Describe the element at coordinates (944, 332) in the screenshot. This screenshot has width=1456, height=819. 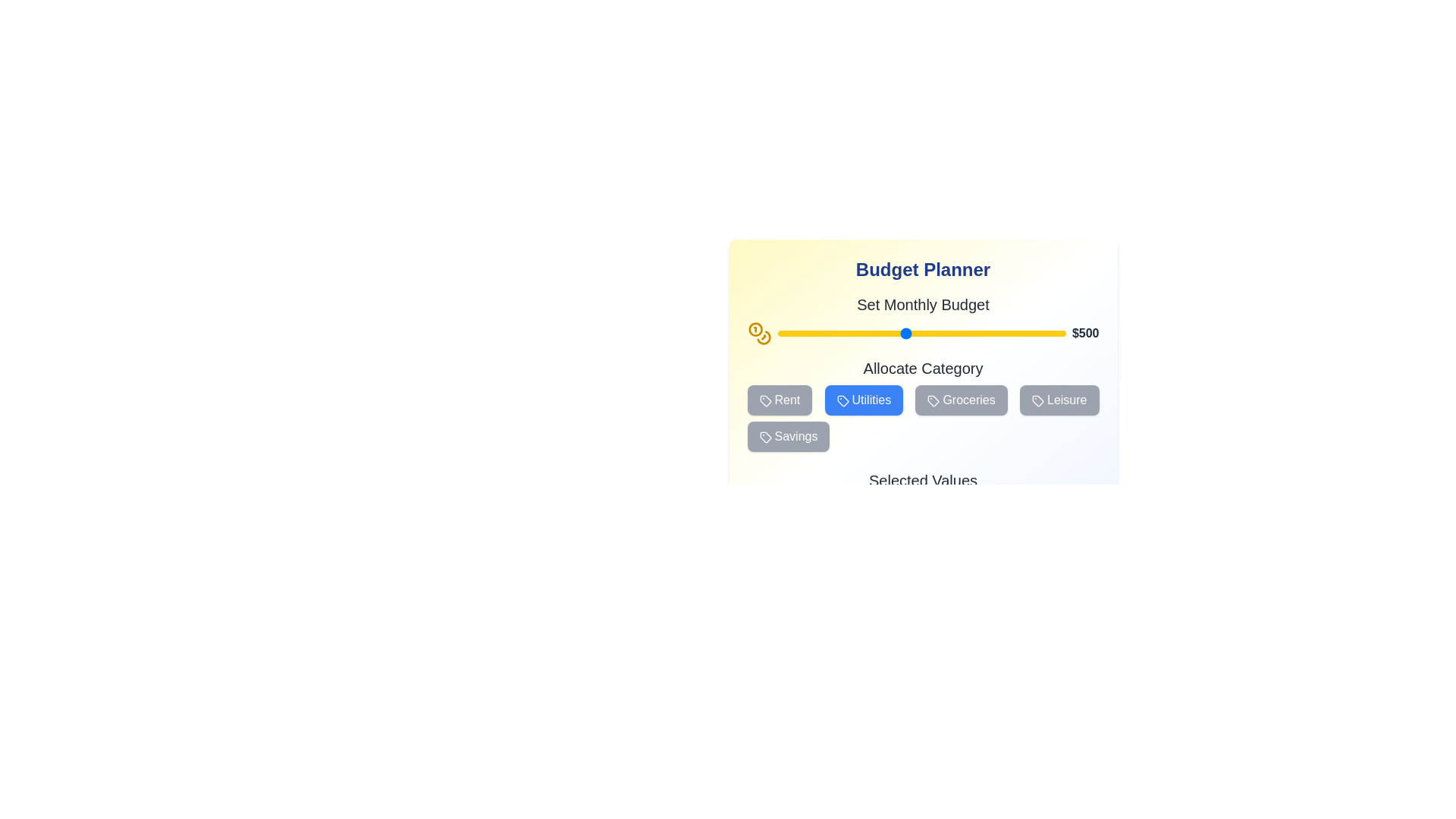
I see `the monthly budget` at that location.